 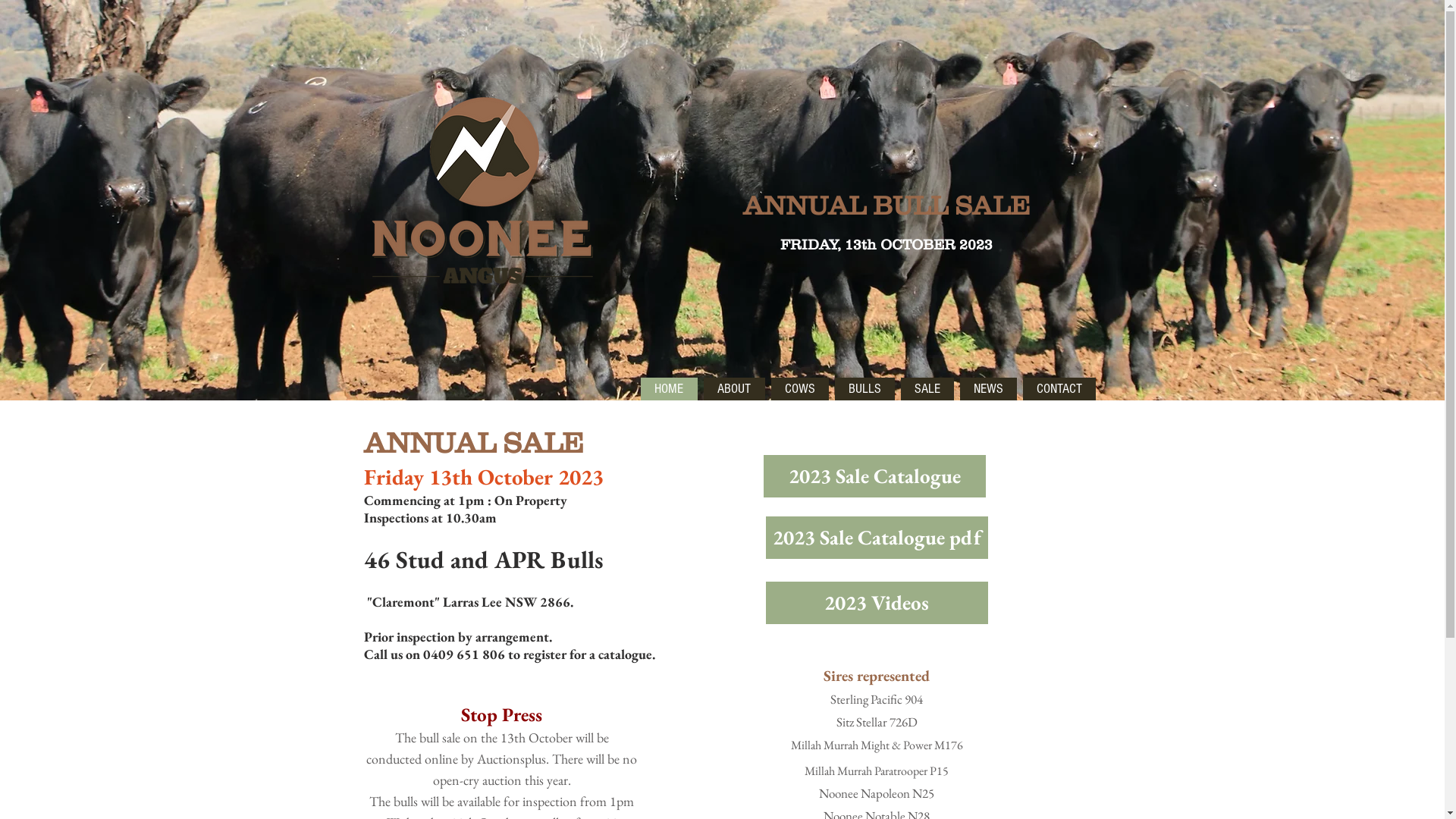 I want to click on 'NEWS', so click(x=988, y=388).